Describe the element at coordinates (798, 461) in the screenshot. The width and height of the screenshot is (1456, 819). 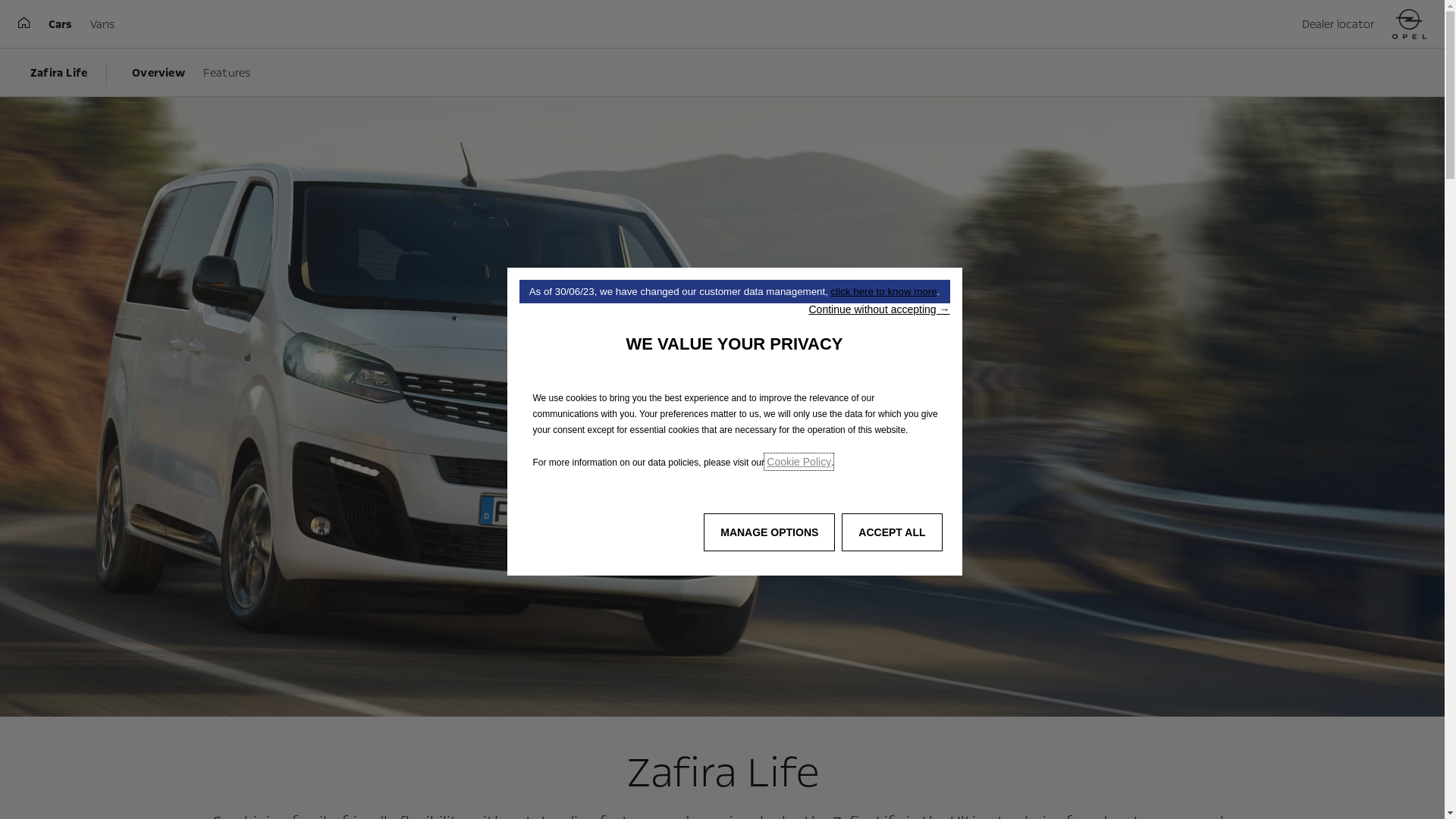
I see `'Cookie Policy'` at that location.